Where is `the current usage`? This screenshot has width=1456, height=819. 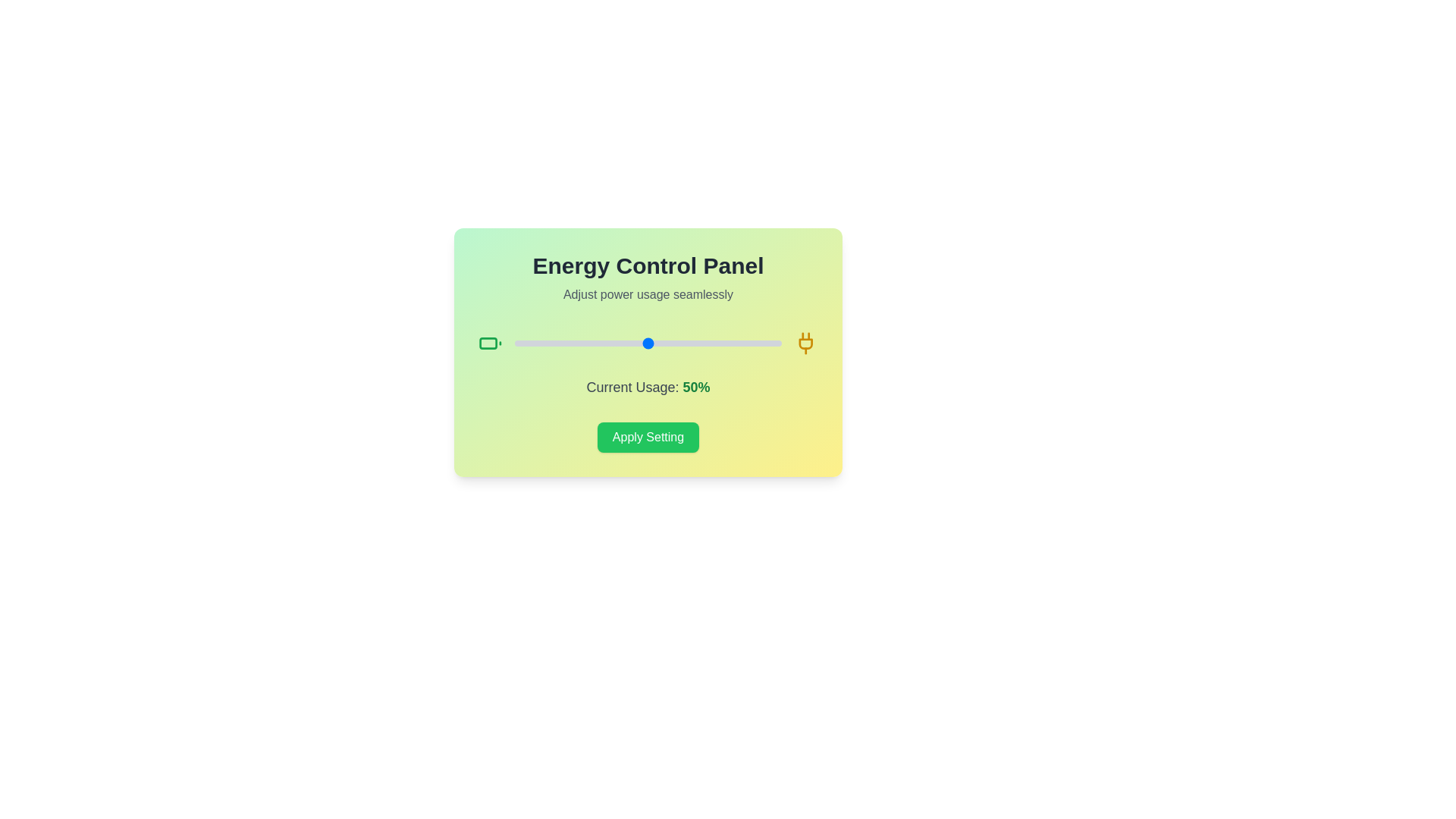
the current usage is located at coordinates (567, 343).